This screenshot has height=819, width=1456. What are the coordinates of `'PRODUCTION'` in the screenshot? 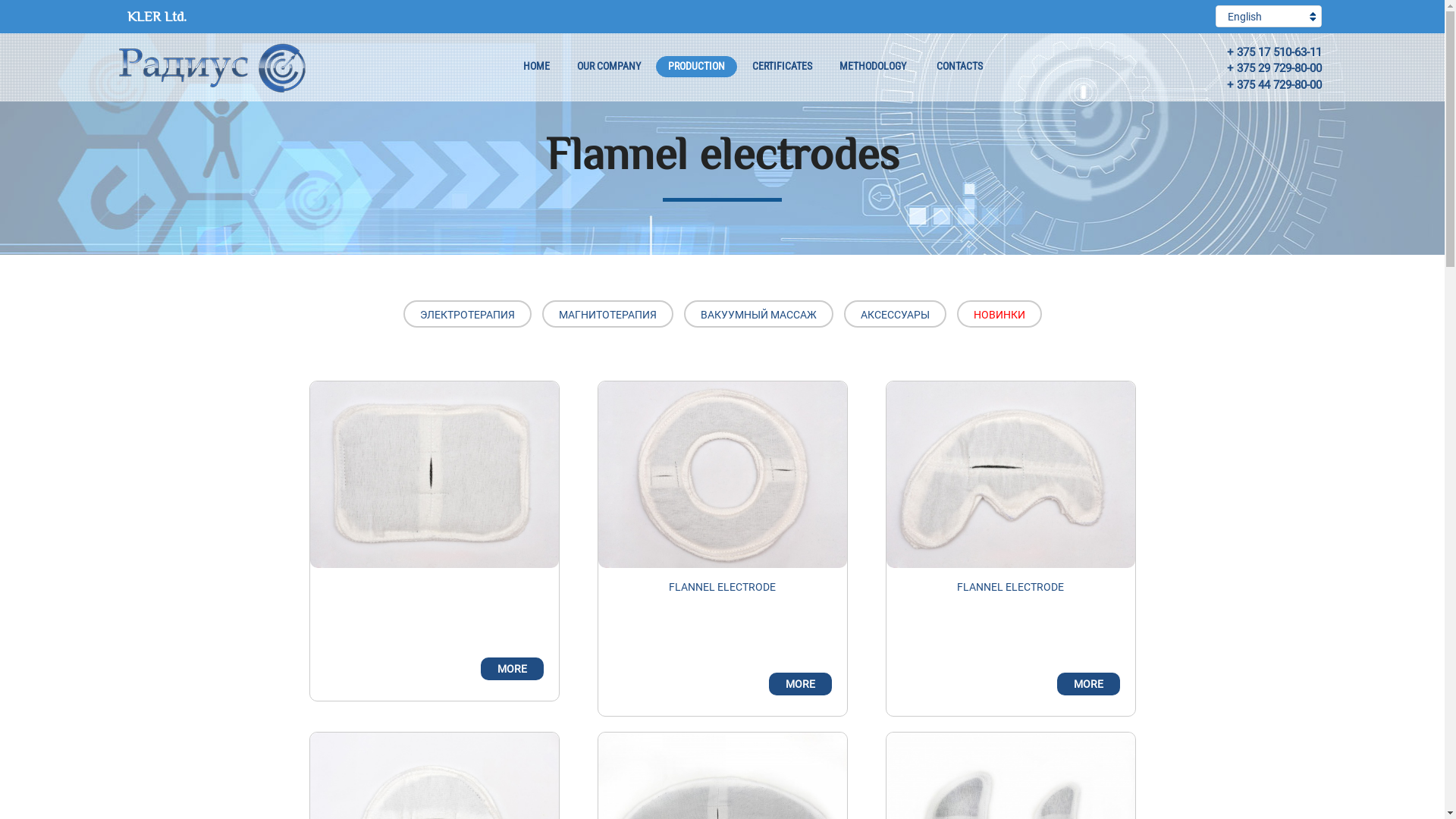 It's located at (655, 66).